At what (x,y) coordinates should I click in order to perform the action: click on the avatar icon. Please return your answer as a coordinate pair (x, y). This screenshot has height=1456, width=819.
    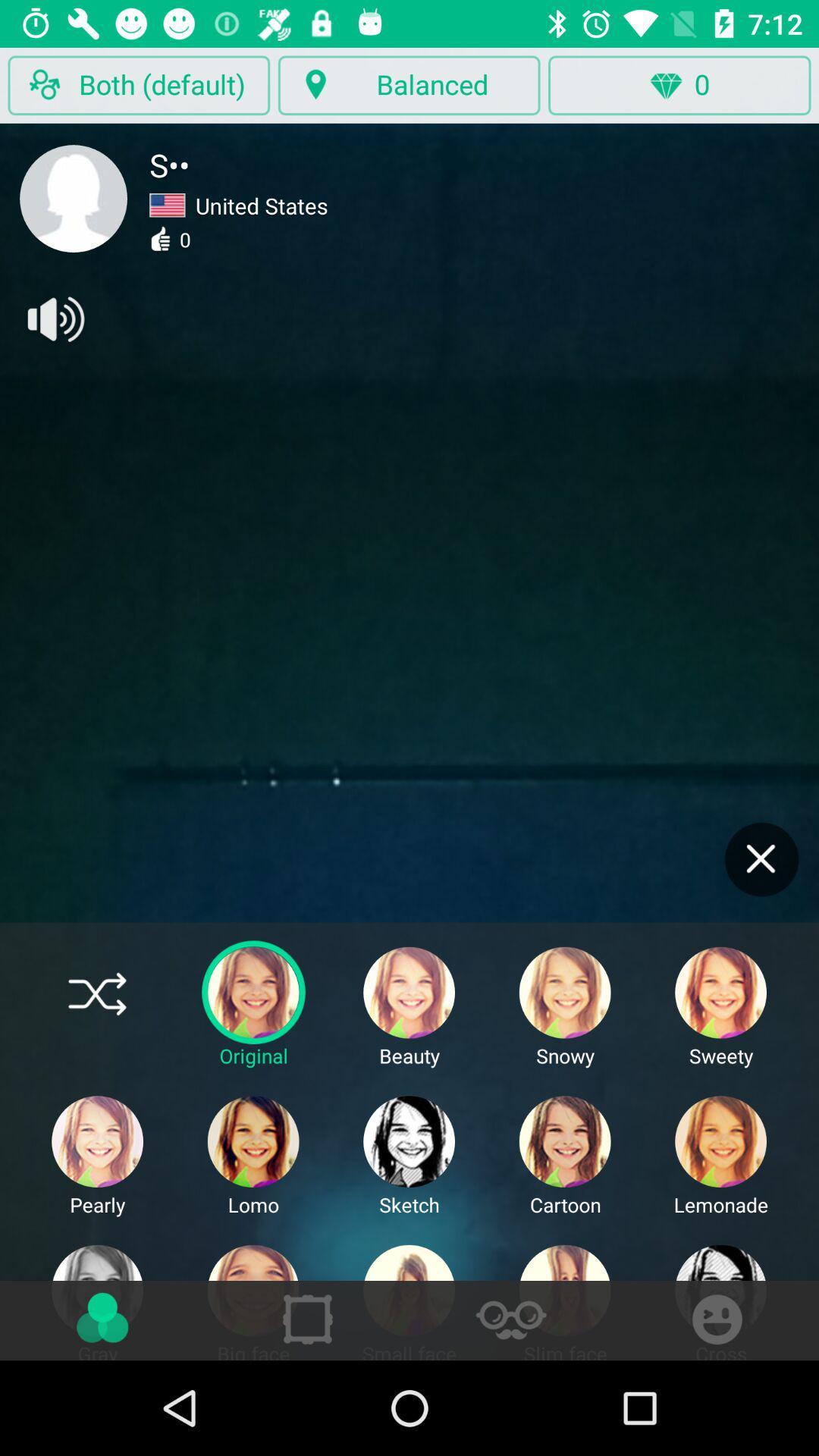
    Looking at the image, I should click on (74, 198).